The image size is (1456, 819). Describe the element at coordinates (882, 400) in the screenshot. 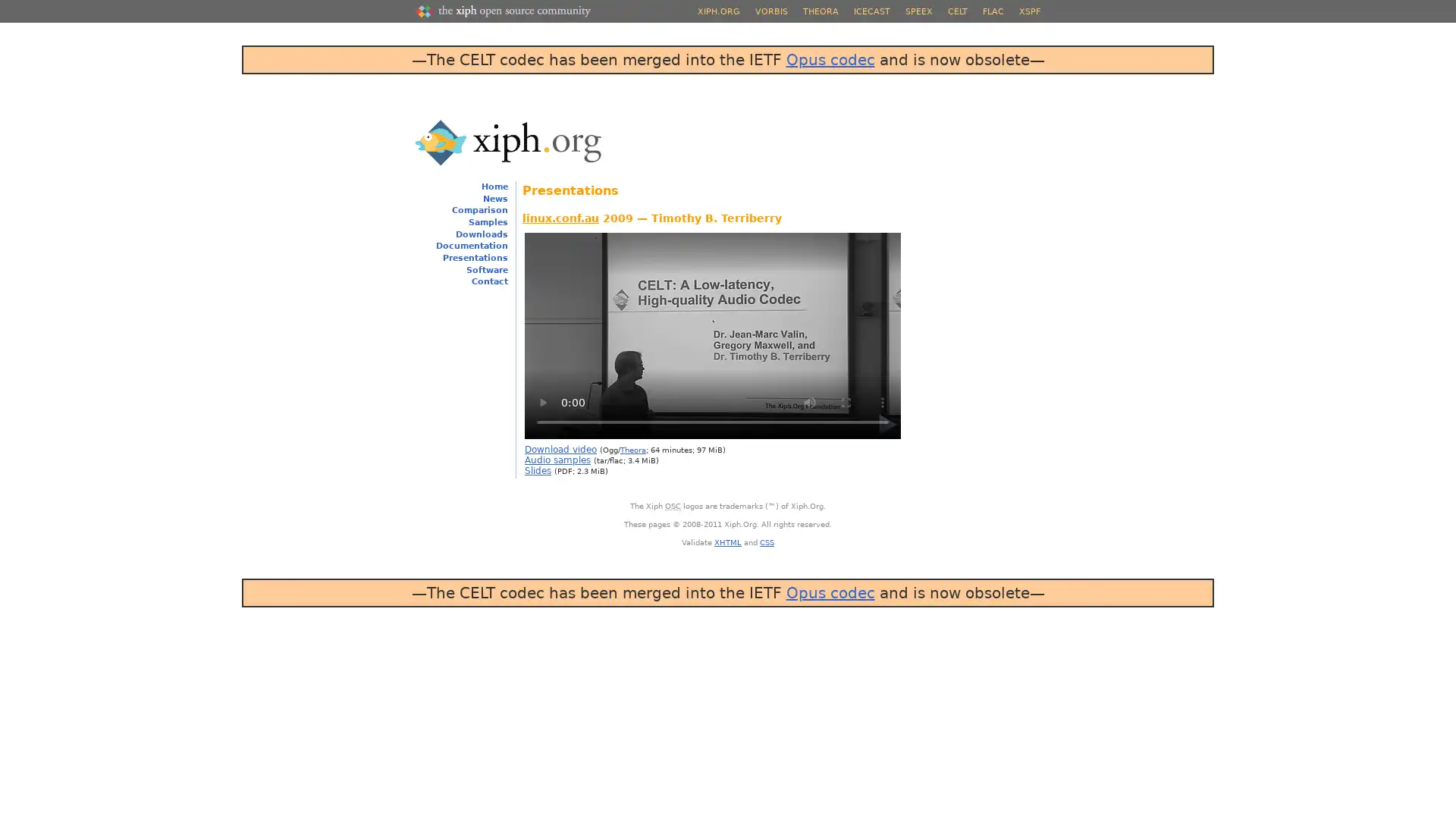

I see `show more media controls` at that location.